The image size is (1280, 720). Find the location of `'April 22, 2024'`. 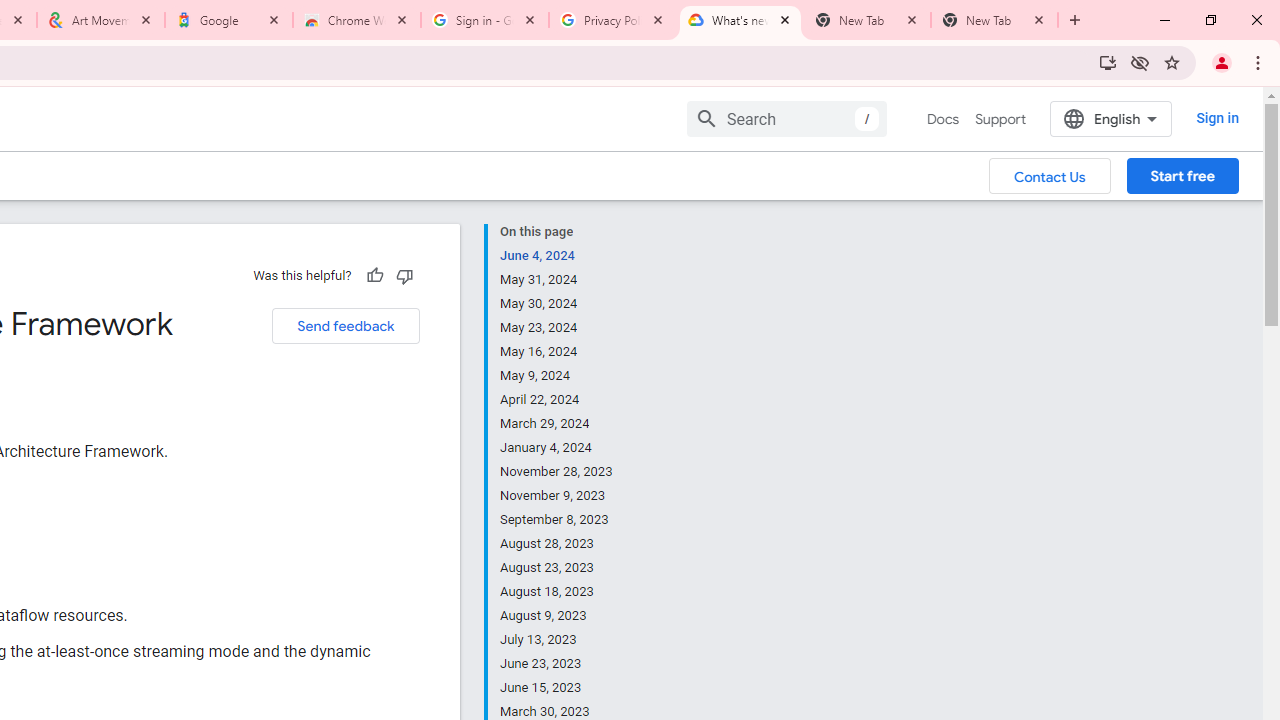

'April 22, 2024' is located at coordinates (557, 399).